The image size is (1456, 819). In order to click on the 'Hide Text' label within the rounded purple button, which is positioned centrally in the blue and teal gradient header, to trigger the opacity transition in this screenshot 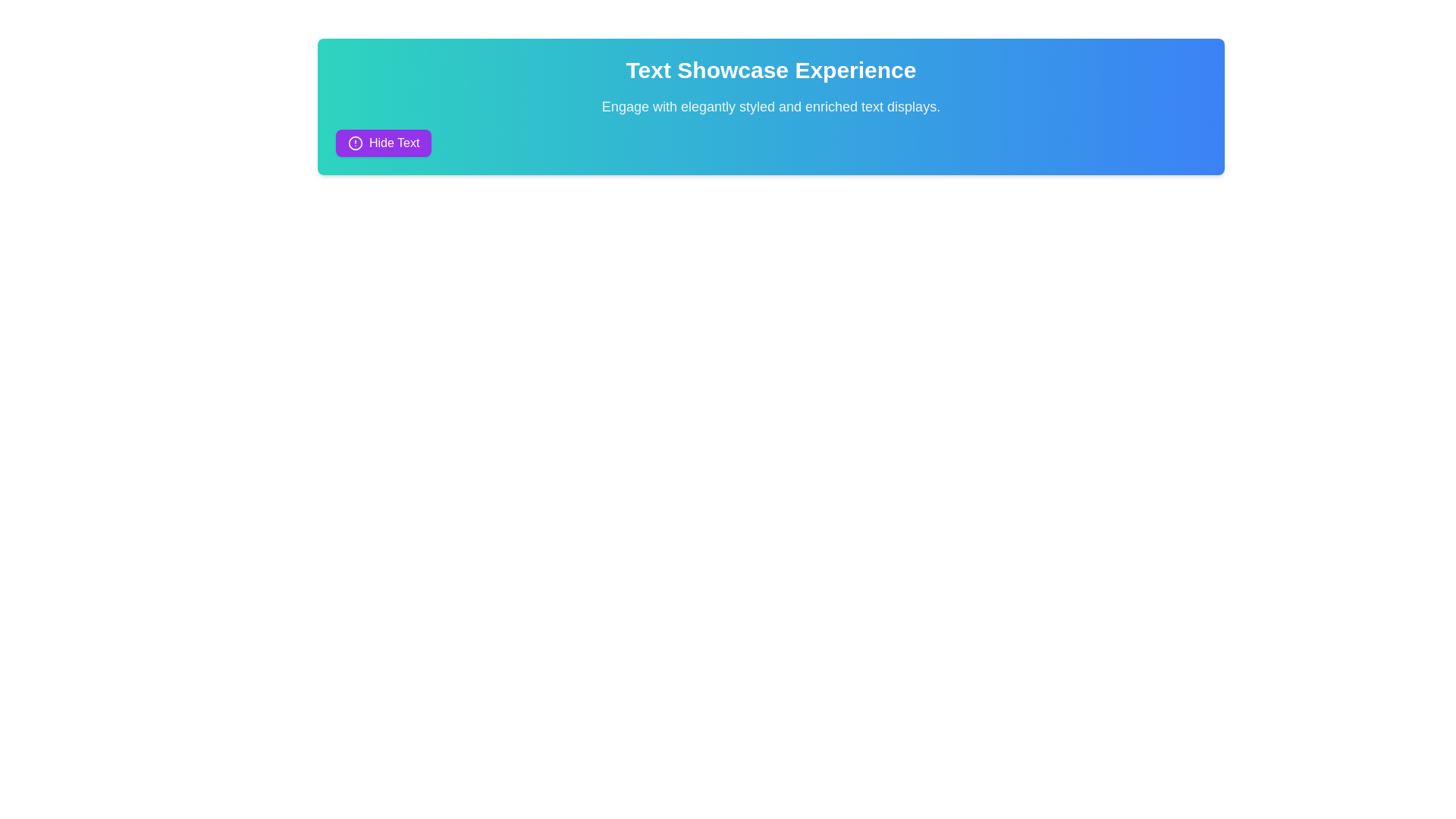, I will do `click(394, 143)`.